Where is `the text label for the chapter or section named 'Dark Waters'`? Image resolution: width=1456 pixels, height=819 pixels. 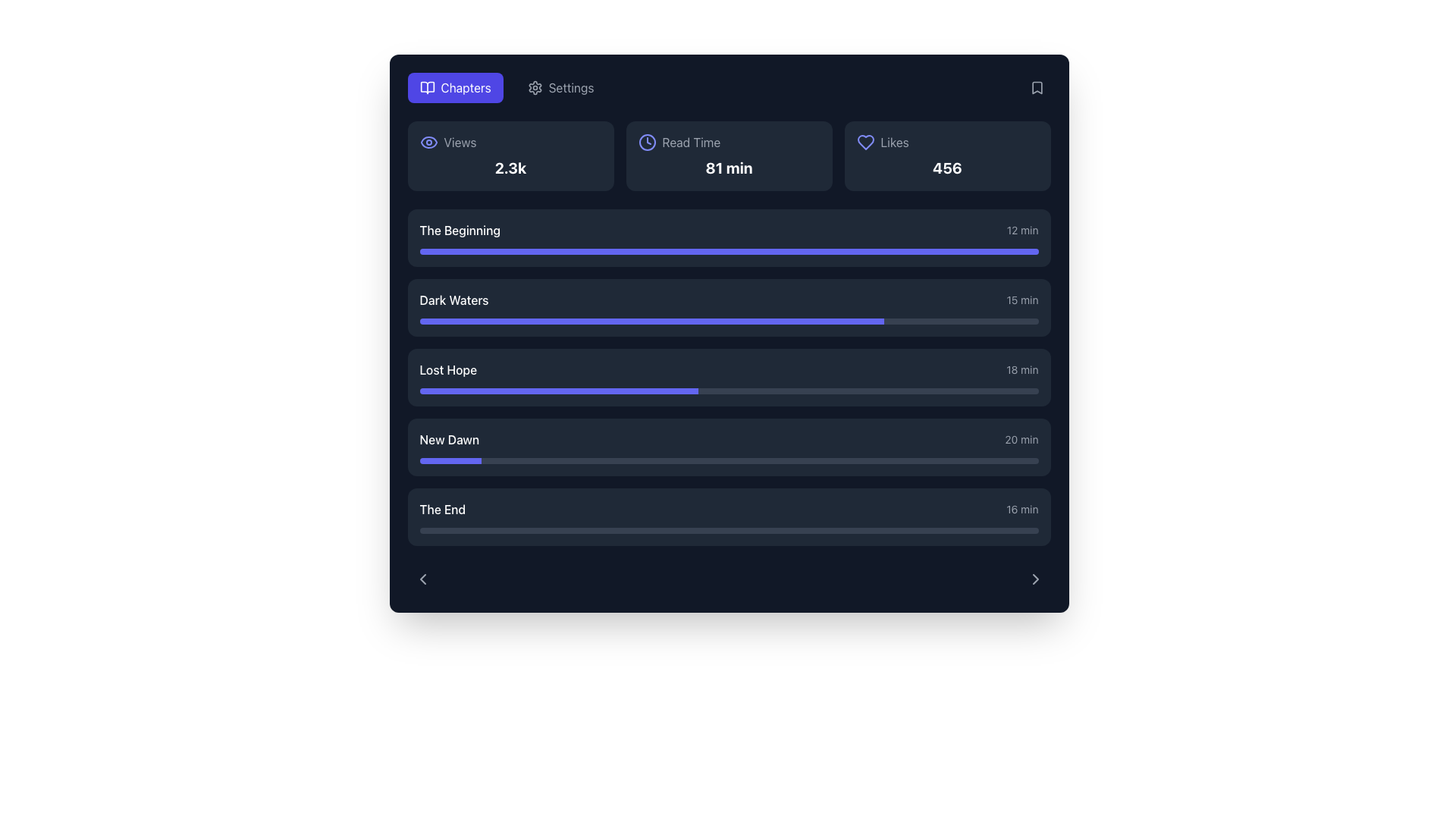
the text label for the chapter or section named 'Dark Waters' is located at coordinates (453, 300).